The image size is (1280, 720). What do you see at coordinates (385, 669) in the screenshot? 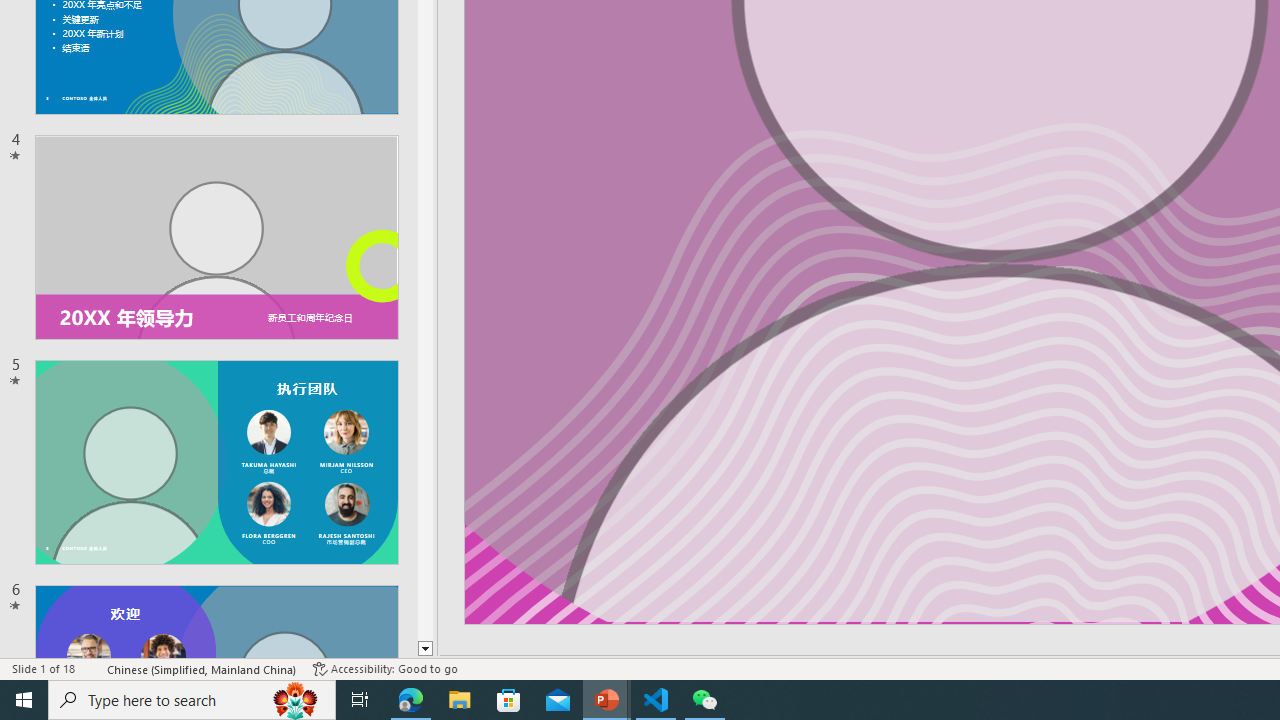
I see `'Accessibility Checker Accessibility: Good to go'` at bounding box center [385, 669].